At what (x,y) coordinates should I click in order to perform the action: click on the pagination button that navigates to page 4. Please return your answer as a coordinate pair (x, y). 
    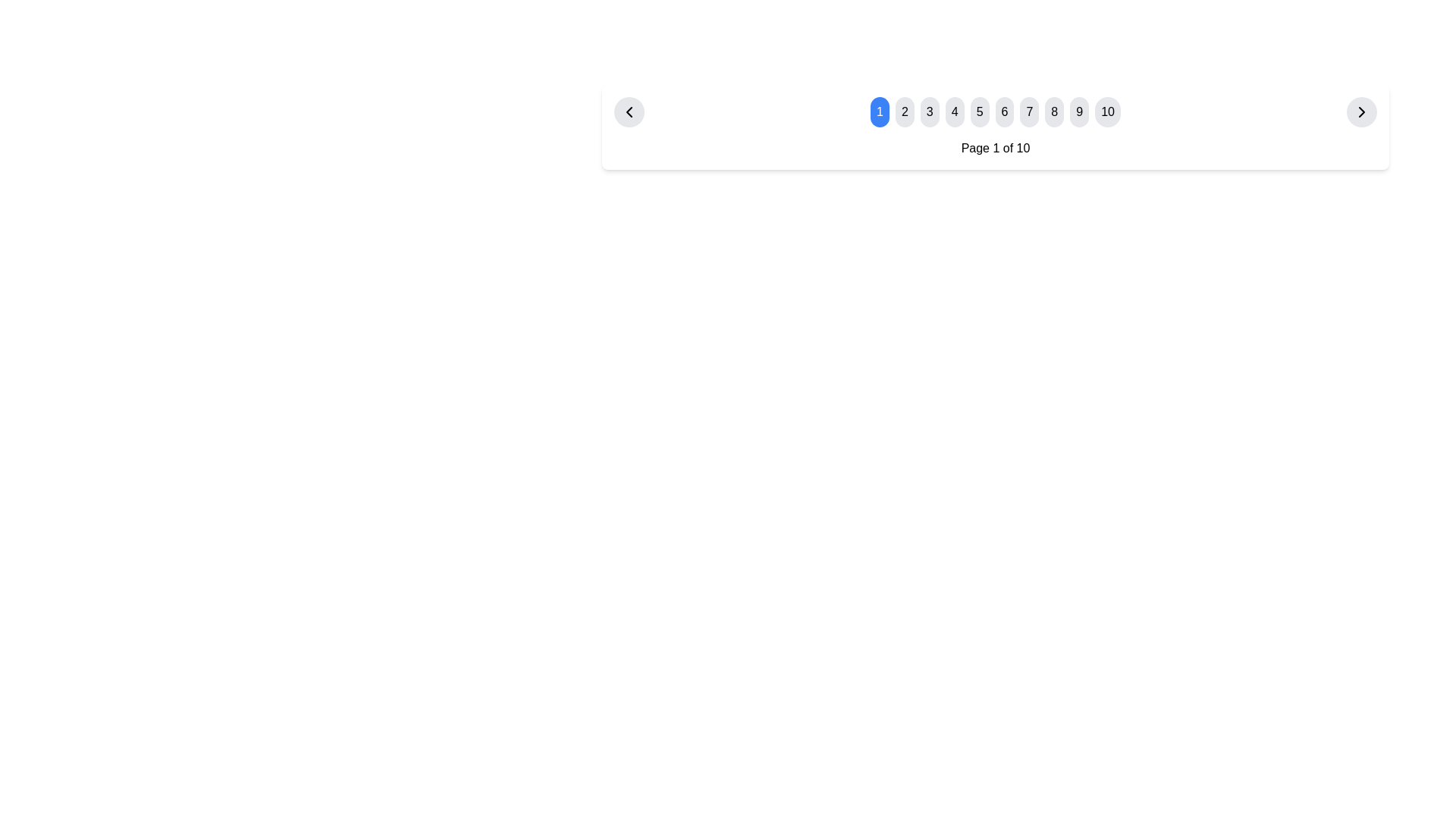
    Looking at the image, I should click on (954, 111).